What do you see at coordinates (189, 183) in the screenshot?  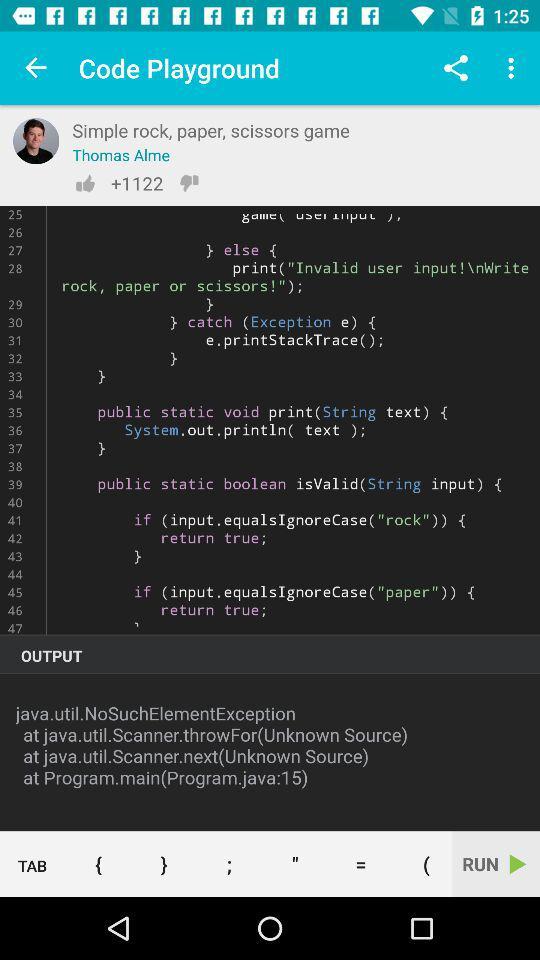 I see `dislike option` at bounding box center [189, 183].